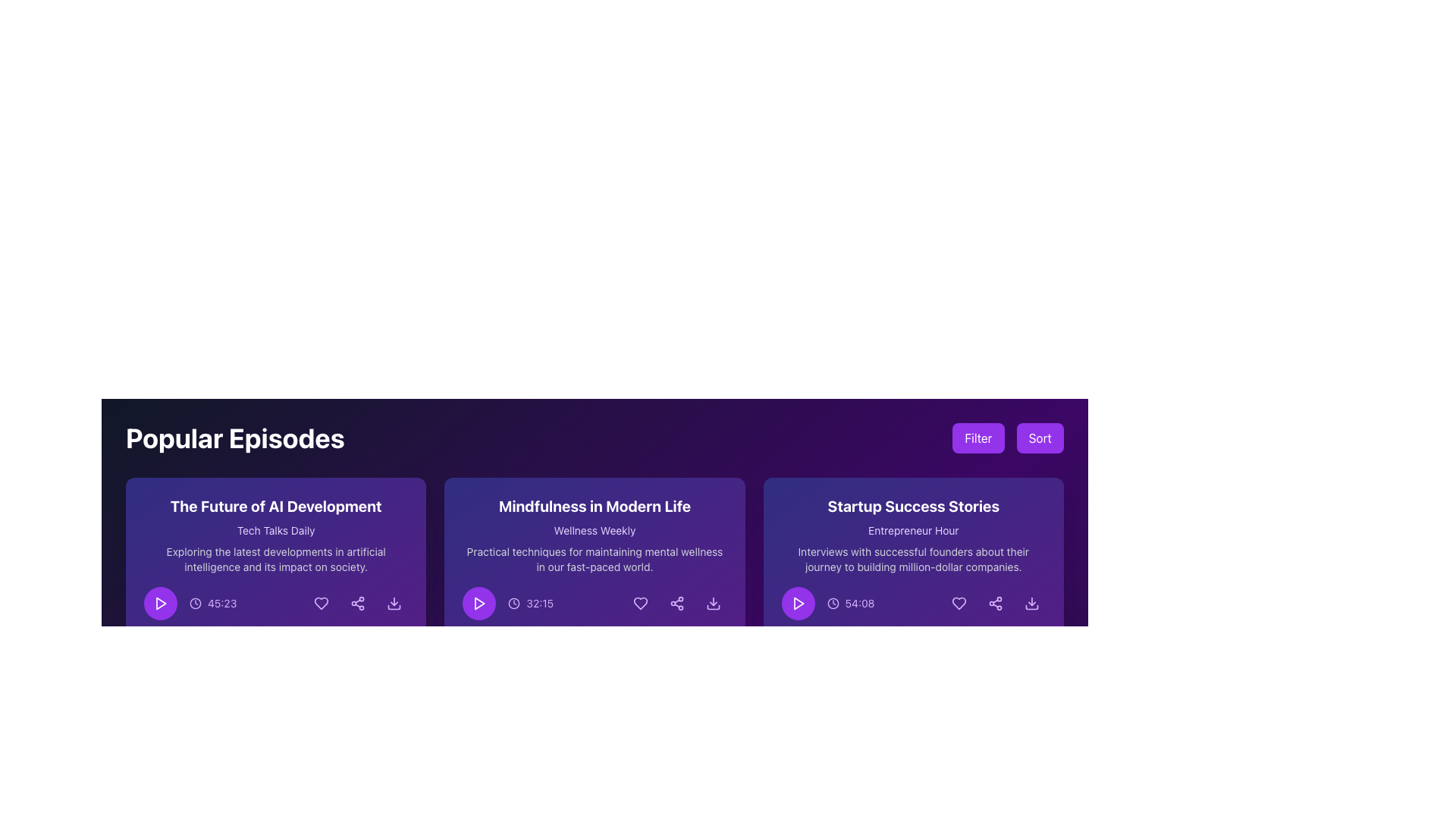  I want to click on the information displayed for the text element '892 listeners' styled with a purple hue, located in the second card of the podcast episode features, so click(594, 652).